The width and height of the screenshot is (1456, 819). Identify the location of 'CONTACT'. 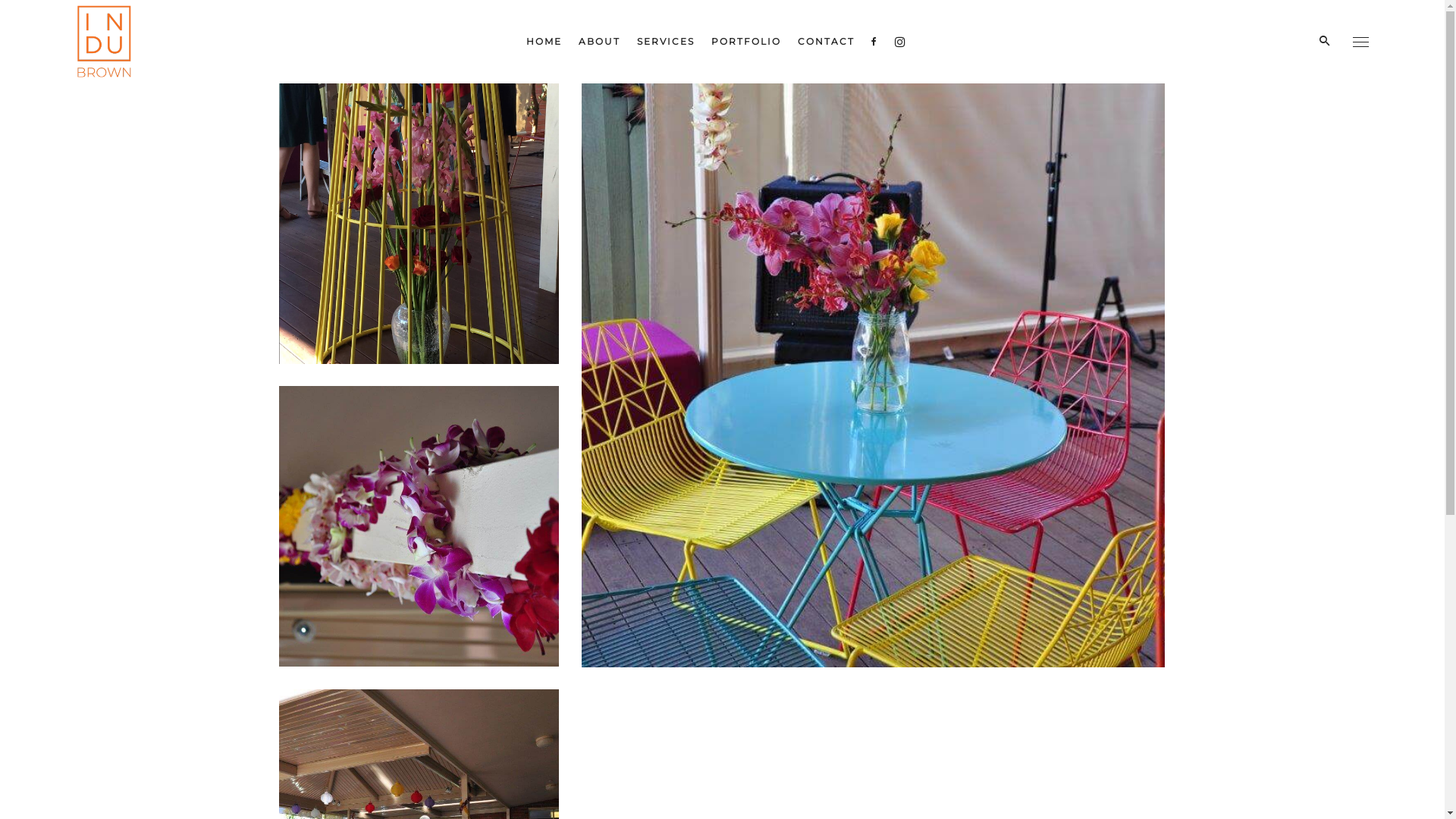
(825, 40).